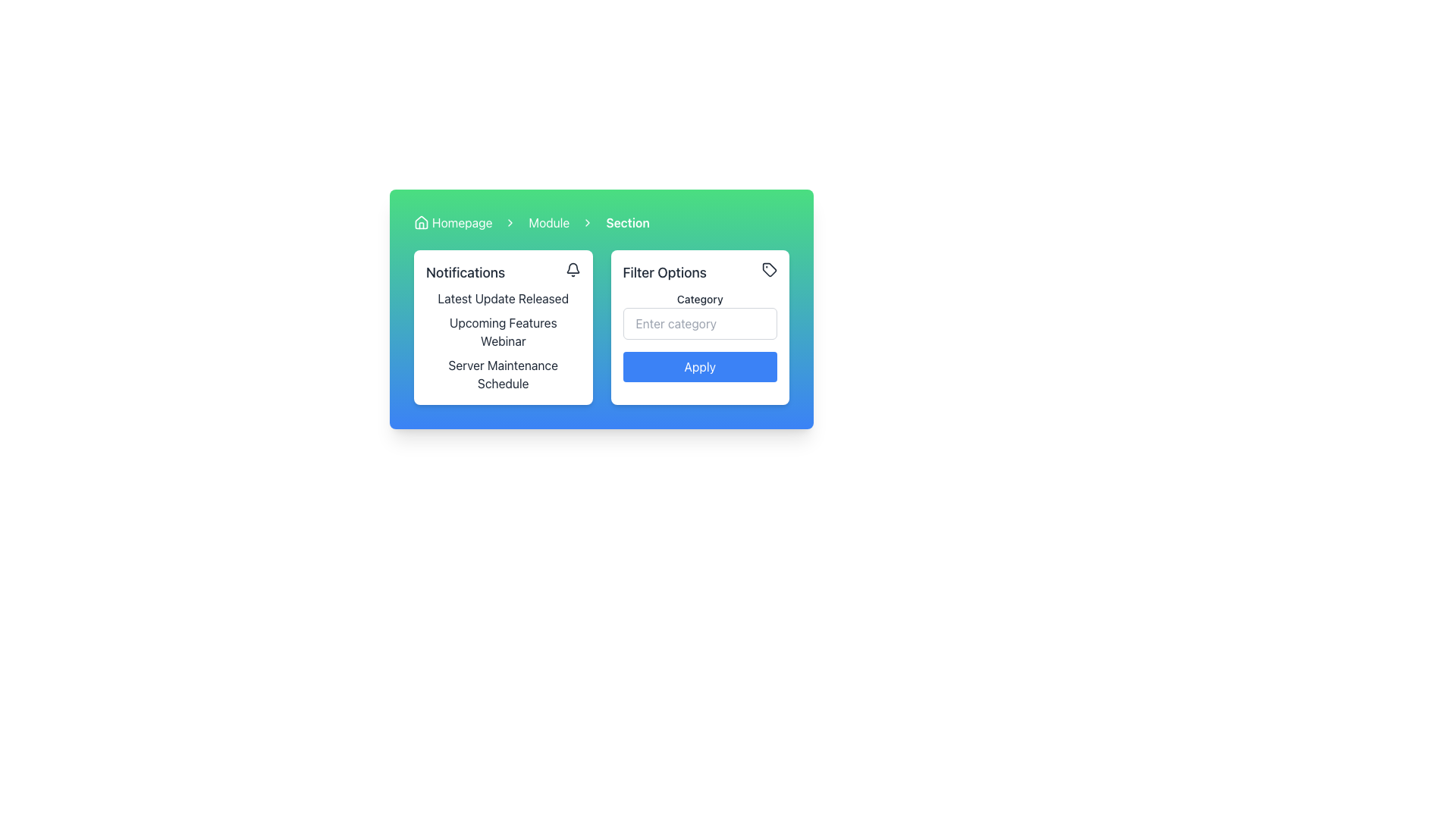  Describe the element at coordinates (503, 374) in the screenshot. I see `the 'Server Maintenance Schedule' text element, which is the last item in the Notifications section, displaying in black font on a white background` at that location.